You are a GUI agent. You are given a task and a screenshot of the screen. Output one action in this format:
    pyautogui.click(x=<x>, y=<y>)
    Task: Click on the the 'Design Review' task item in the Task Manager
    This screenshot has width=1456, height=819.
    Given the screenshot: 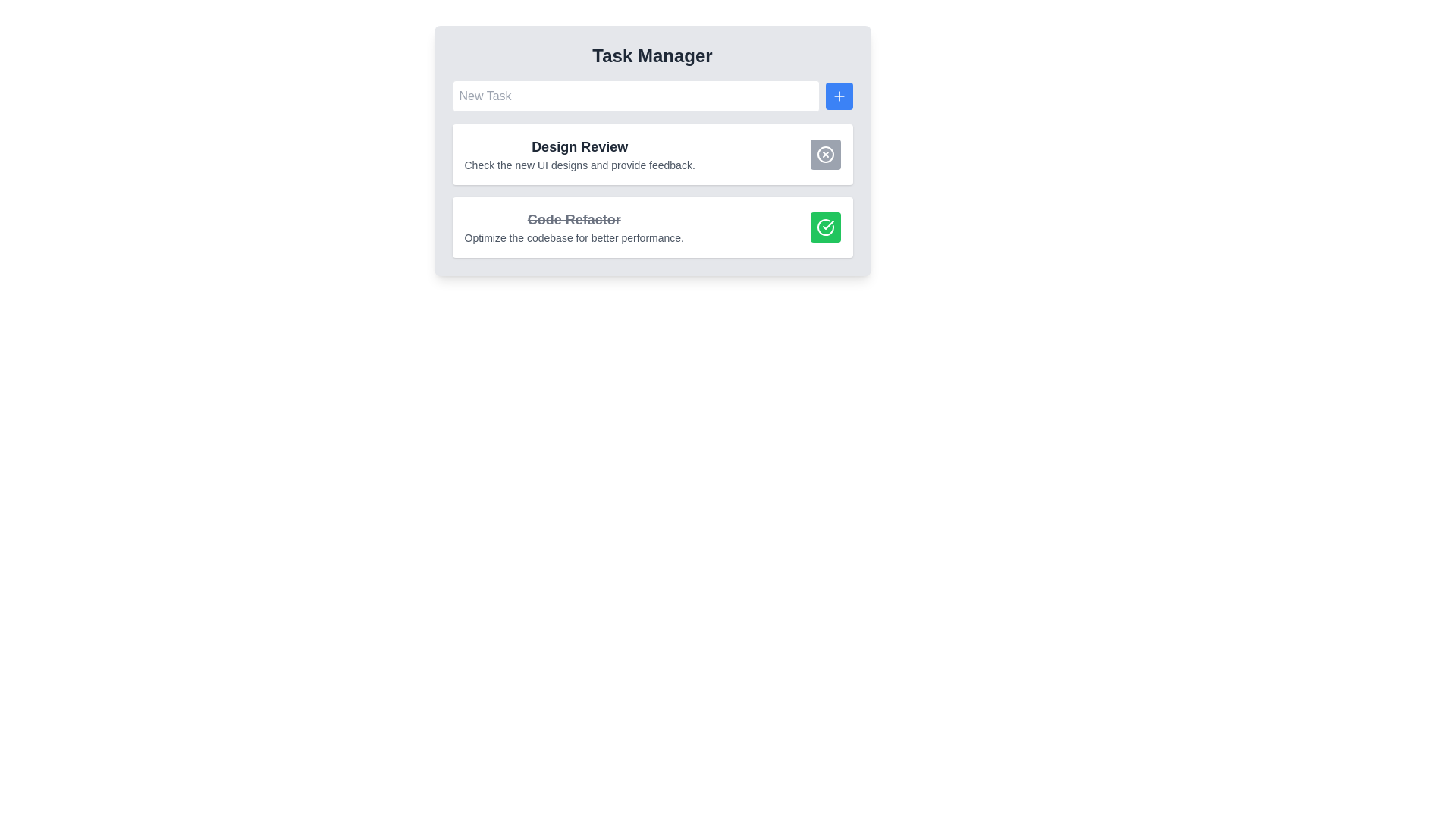 What is the action you would take?
    pyautogui.click(x=652, y=155)
    